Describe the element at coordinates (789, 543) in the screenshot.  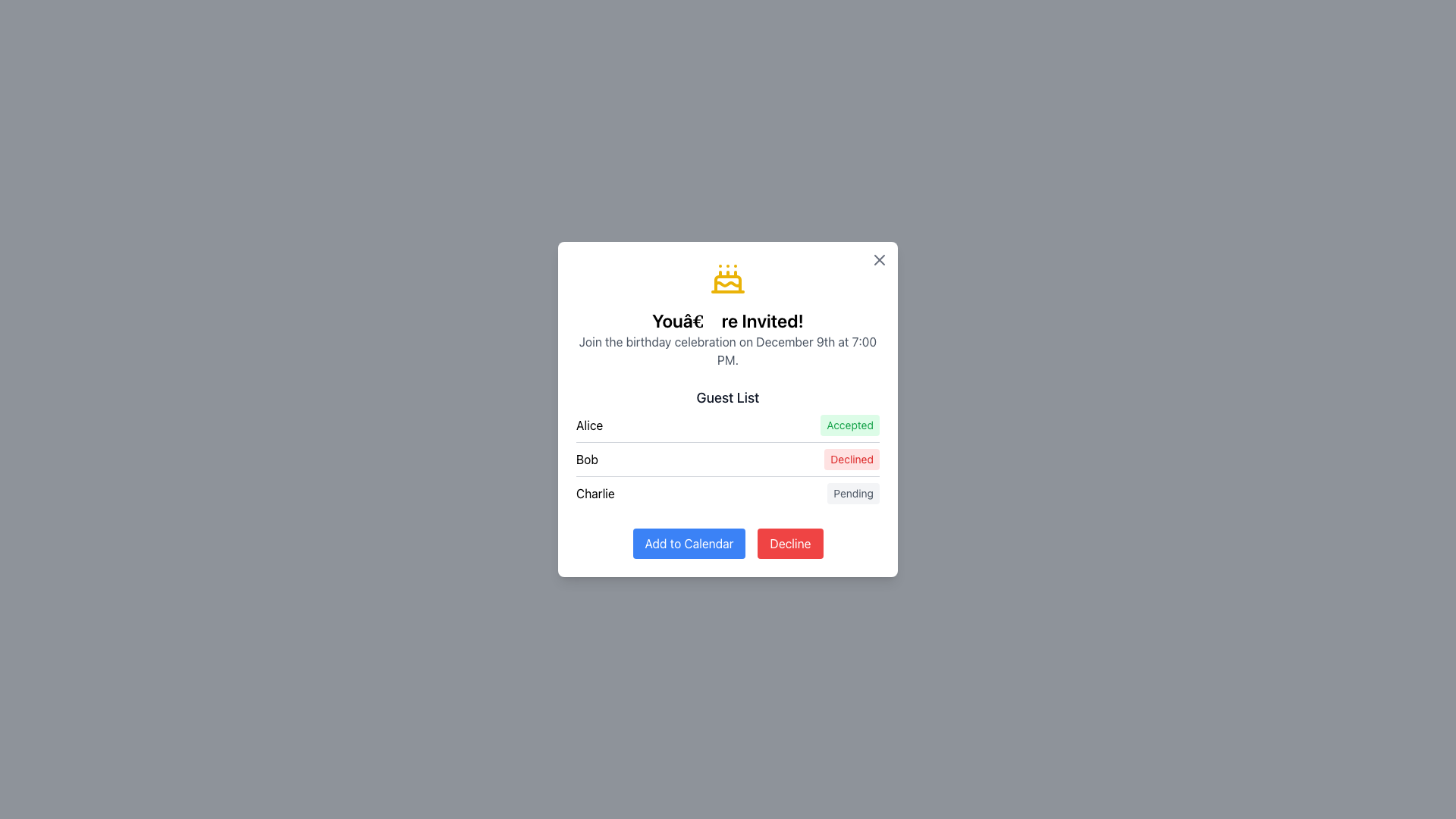
I see `the reject button located at the bottom-right corner of the modal, adjacent to the 'Add to Calendar' button to decline the current context or invitation` at that location.